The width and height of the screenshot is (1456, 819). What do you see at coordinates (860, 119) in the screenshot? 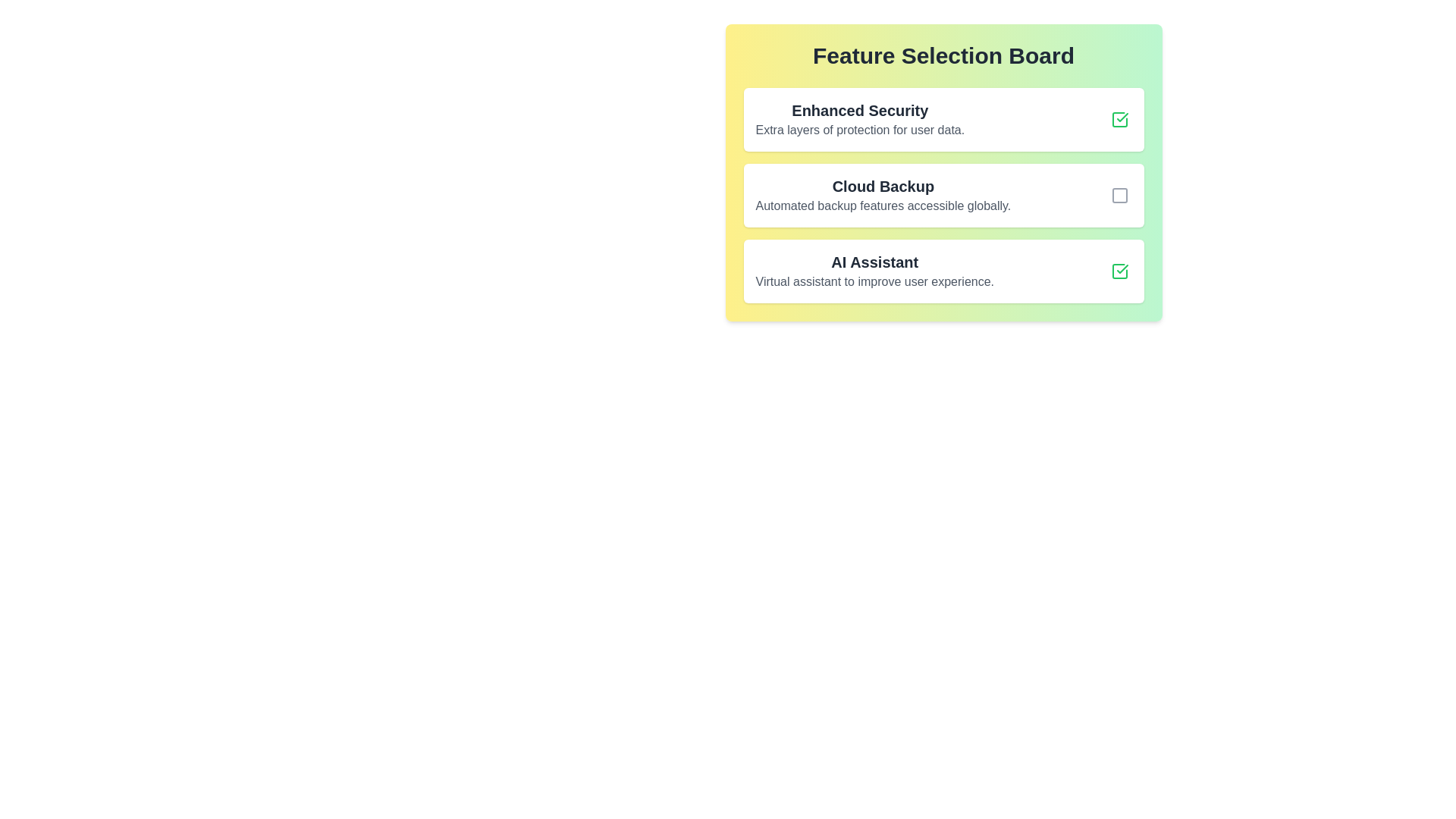
I see `the 'Enhanced Security' descriptive text block, which is the first item in the 'Feature Selection Board' section` at bounding box center [860, 119].